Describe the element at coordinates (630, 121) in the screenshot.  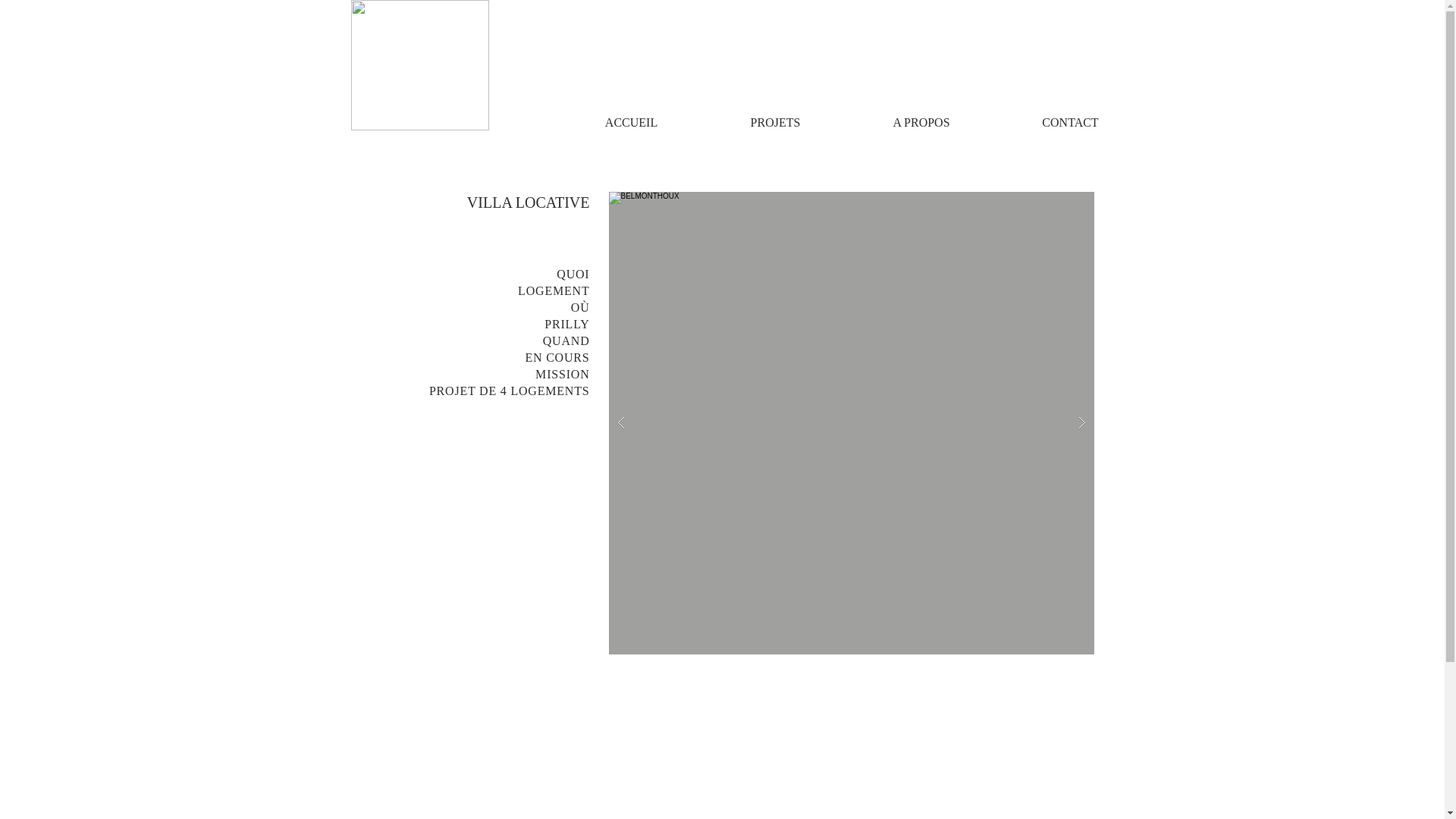
I see `'ACCUEIL'` at that location.